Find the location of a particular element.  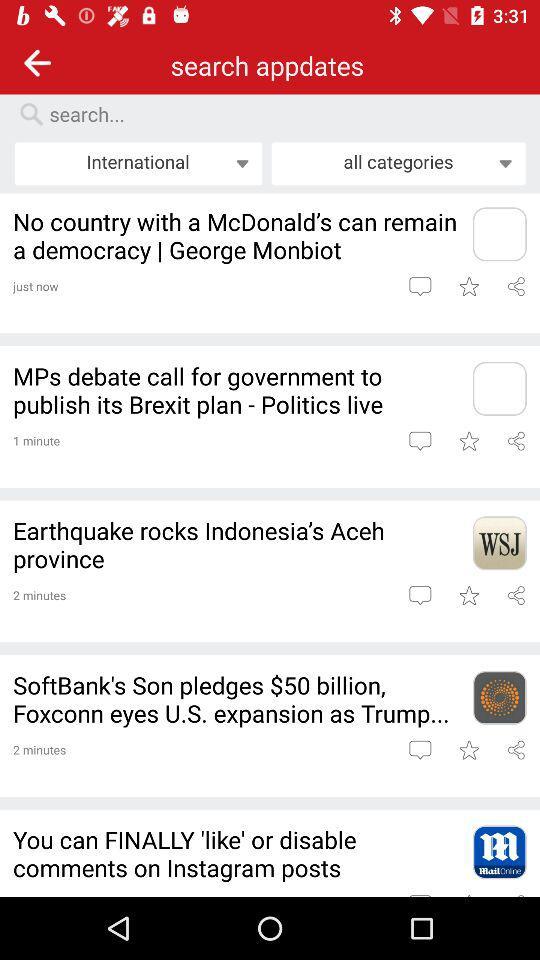

comment on post is located at coordinates (419, 441).